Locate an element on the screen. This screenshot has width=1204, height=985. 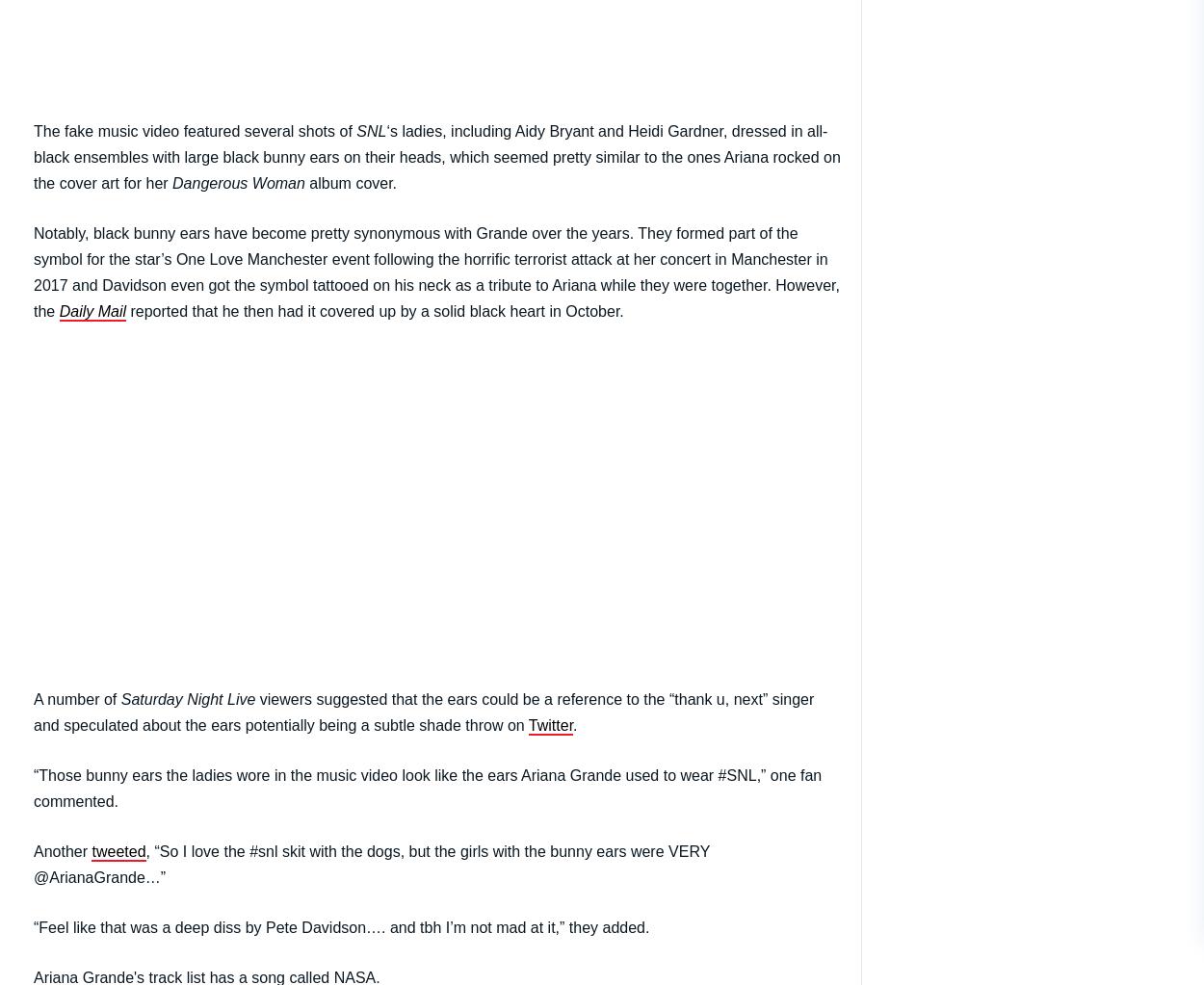
'Notably, black bunny ears have become pretty synonymous with Grande over the years. They formed part of the symbol for the star’s One Love Manchester event following the horrific terrorist attack at her concert in Manchester in 2017 and Davidson even got the symbol tattooed on his neck as a tribute to Ariana while they were together. However, the' is located at coordinates (435, 271).